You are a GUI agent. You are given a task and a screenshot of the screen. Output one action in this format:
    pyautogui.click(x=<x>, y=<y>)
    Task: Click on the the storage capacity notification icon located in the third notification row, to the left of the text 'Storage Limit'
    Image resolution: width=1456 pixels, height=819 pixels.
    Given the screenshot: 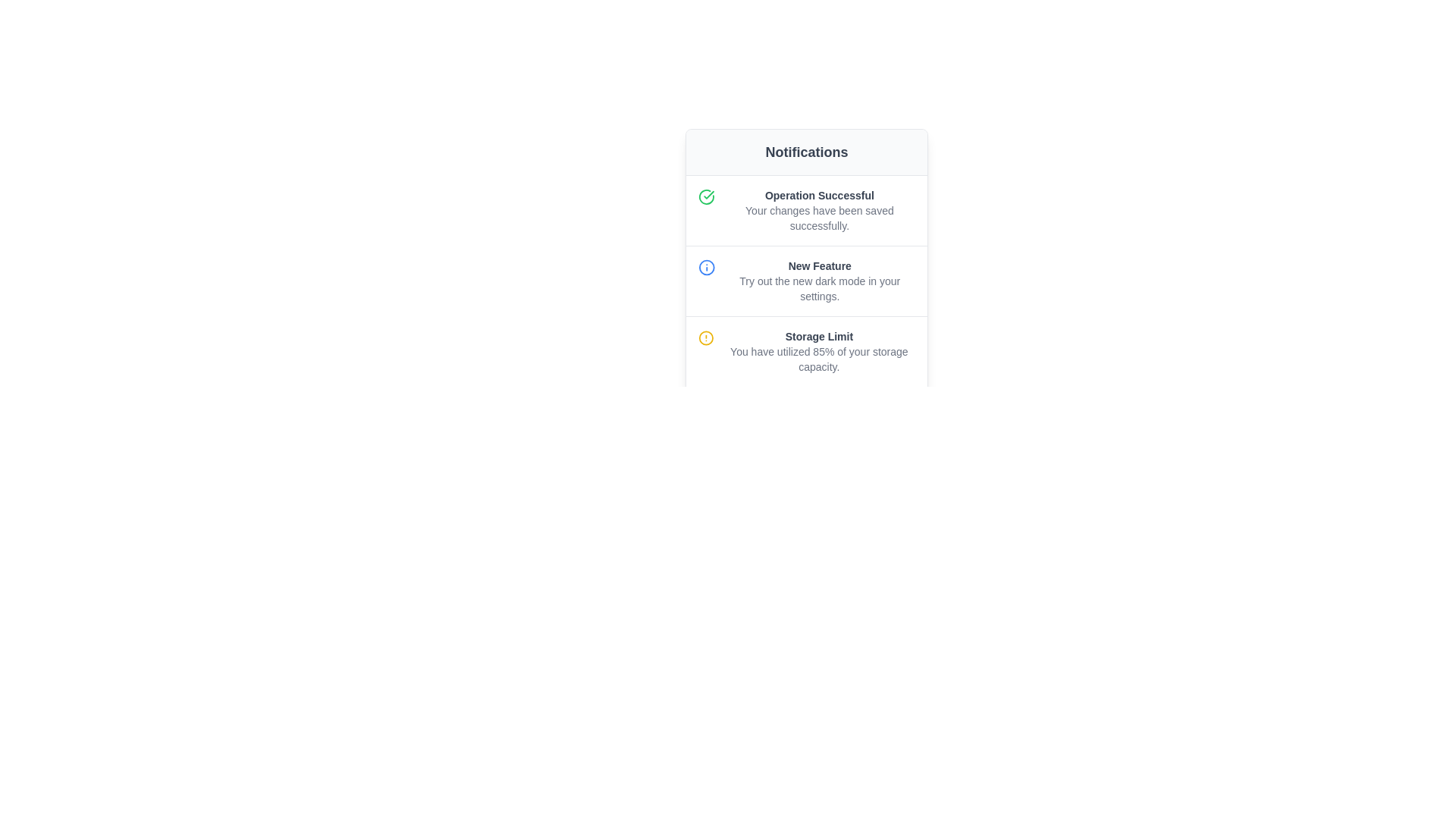 What is the action you would take?
    pyautogui.click(x=705, y=337)
    